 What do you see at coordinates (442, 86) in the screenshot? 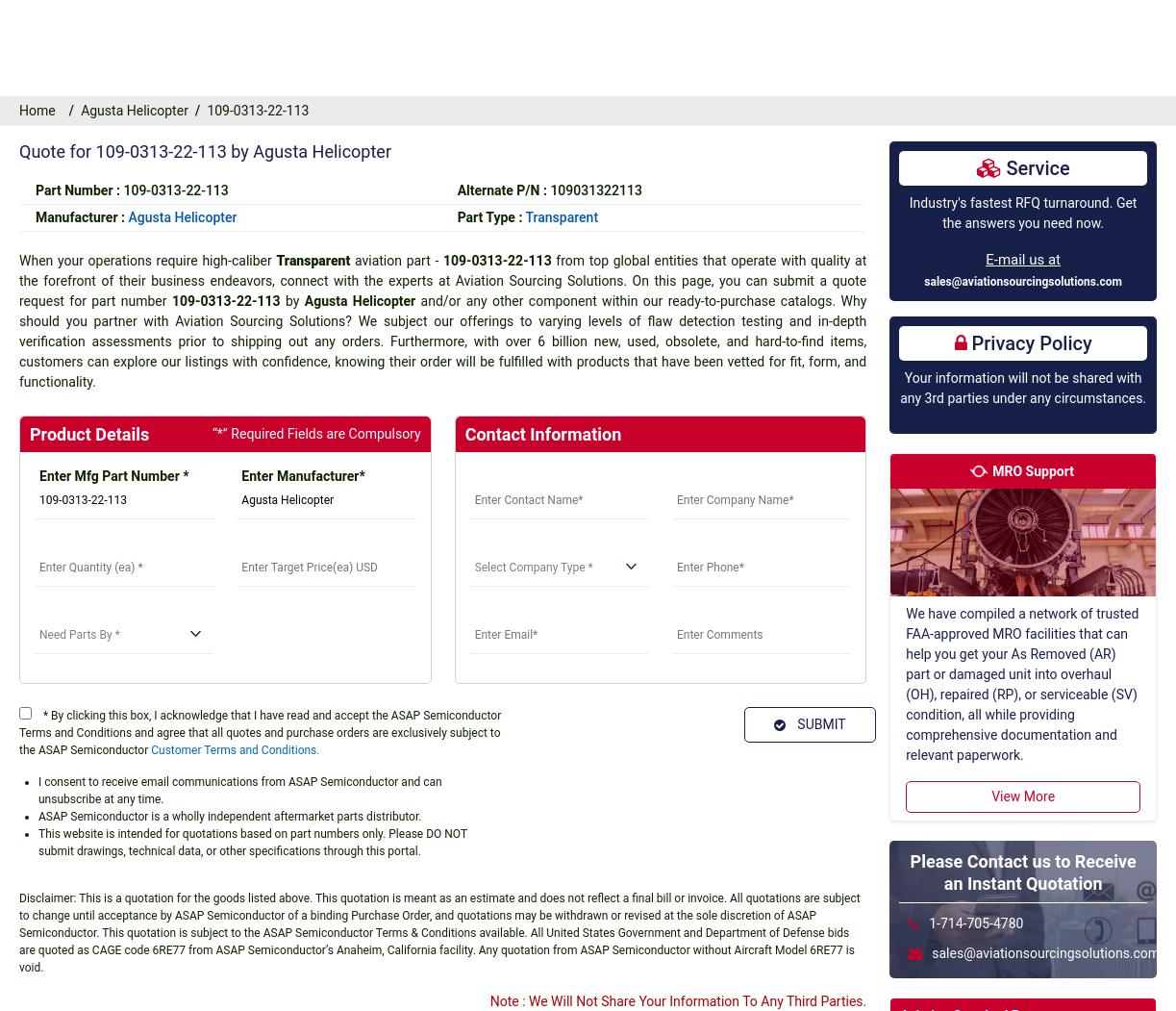
I see `'part number'` at bounding box center [442, 86].